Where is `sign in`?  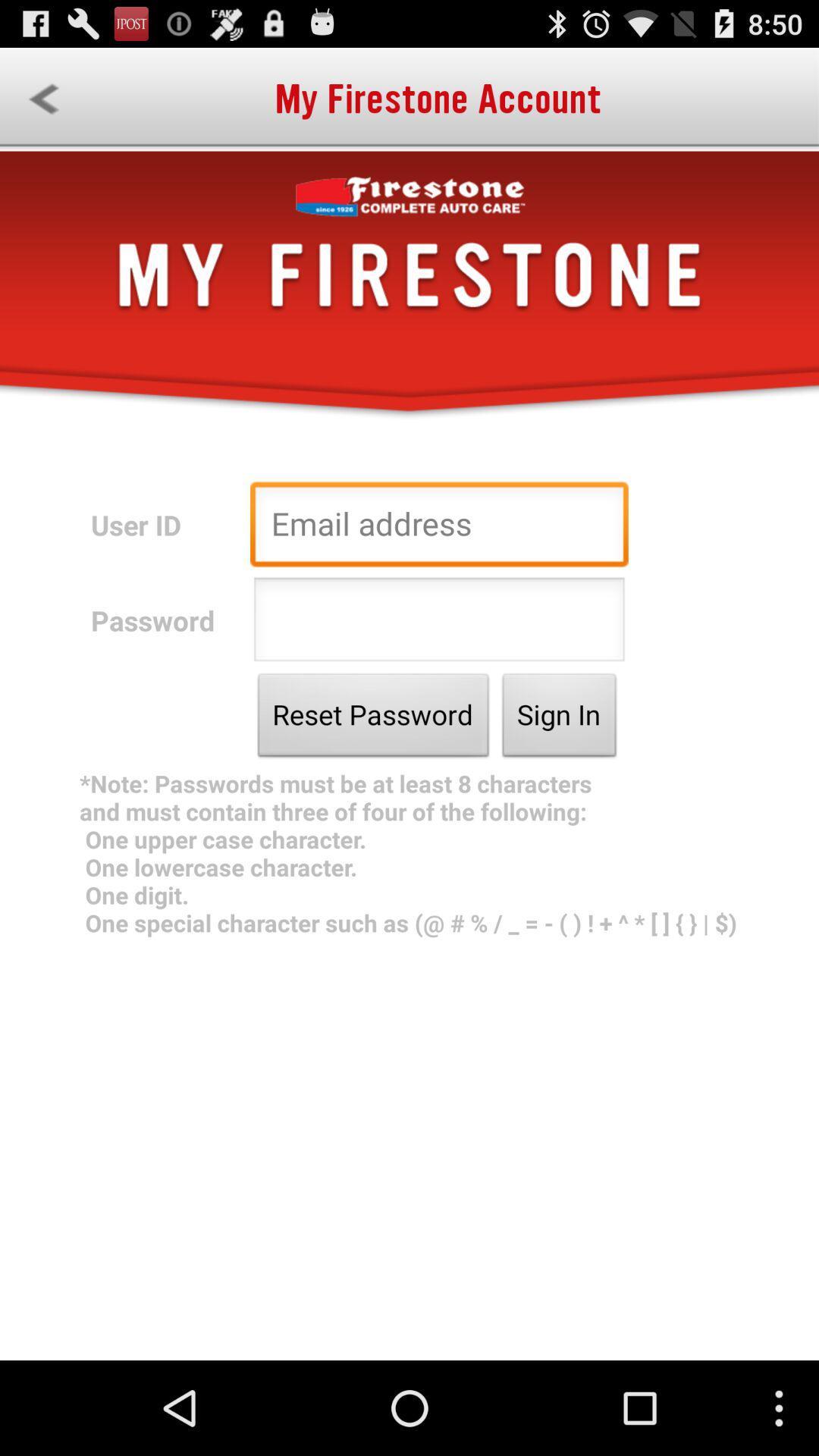
sign in is located at coordinates (559, 718).